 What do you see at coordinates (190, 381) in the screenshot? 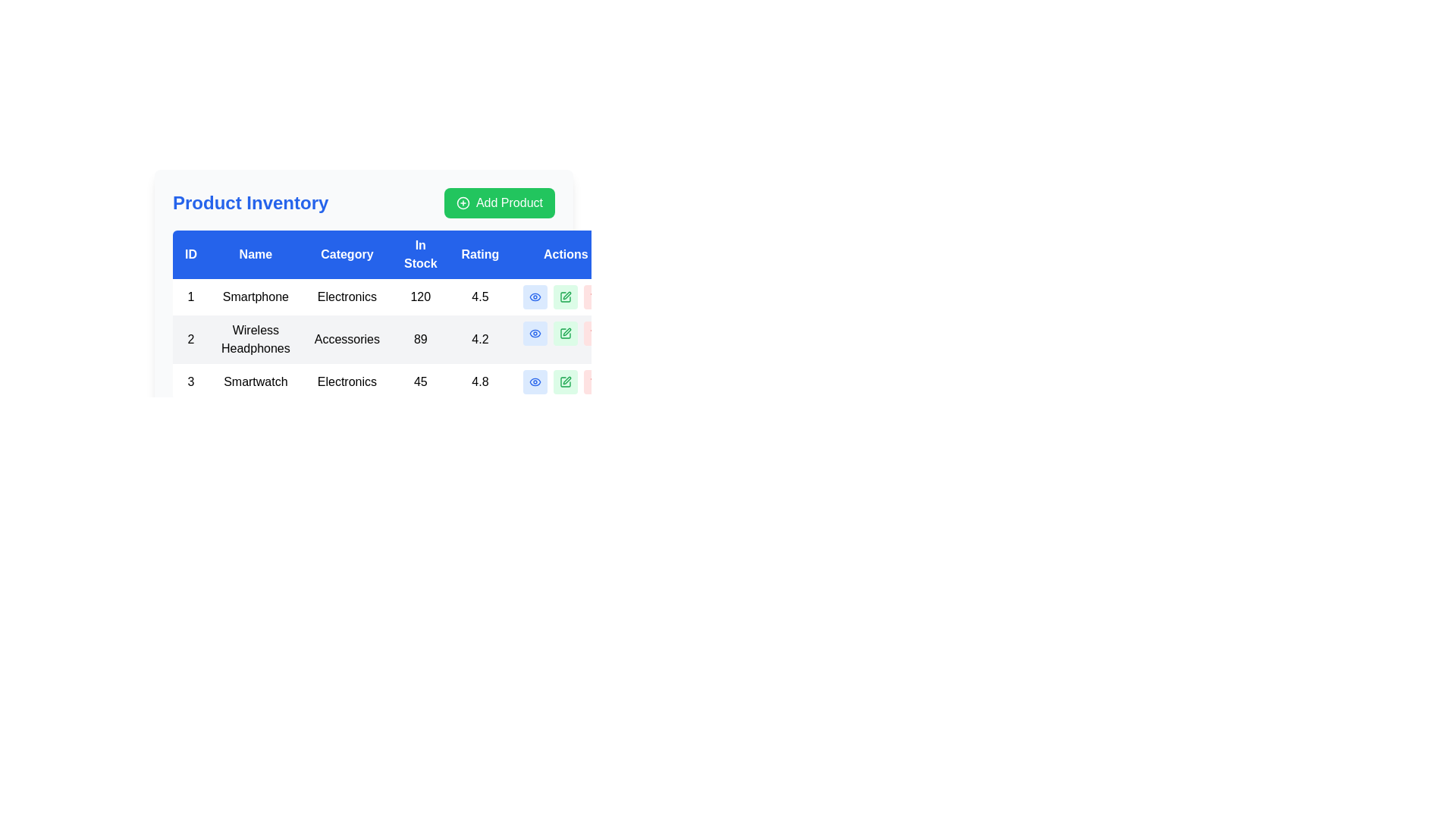
I see `the Text label in the ID column of the third row, which identifies the row associated with the number '3' for the 'Smartwatch'` at bounding box center [190, 381].